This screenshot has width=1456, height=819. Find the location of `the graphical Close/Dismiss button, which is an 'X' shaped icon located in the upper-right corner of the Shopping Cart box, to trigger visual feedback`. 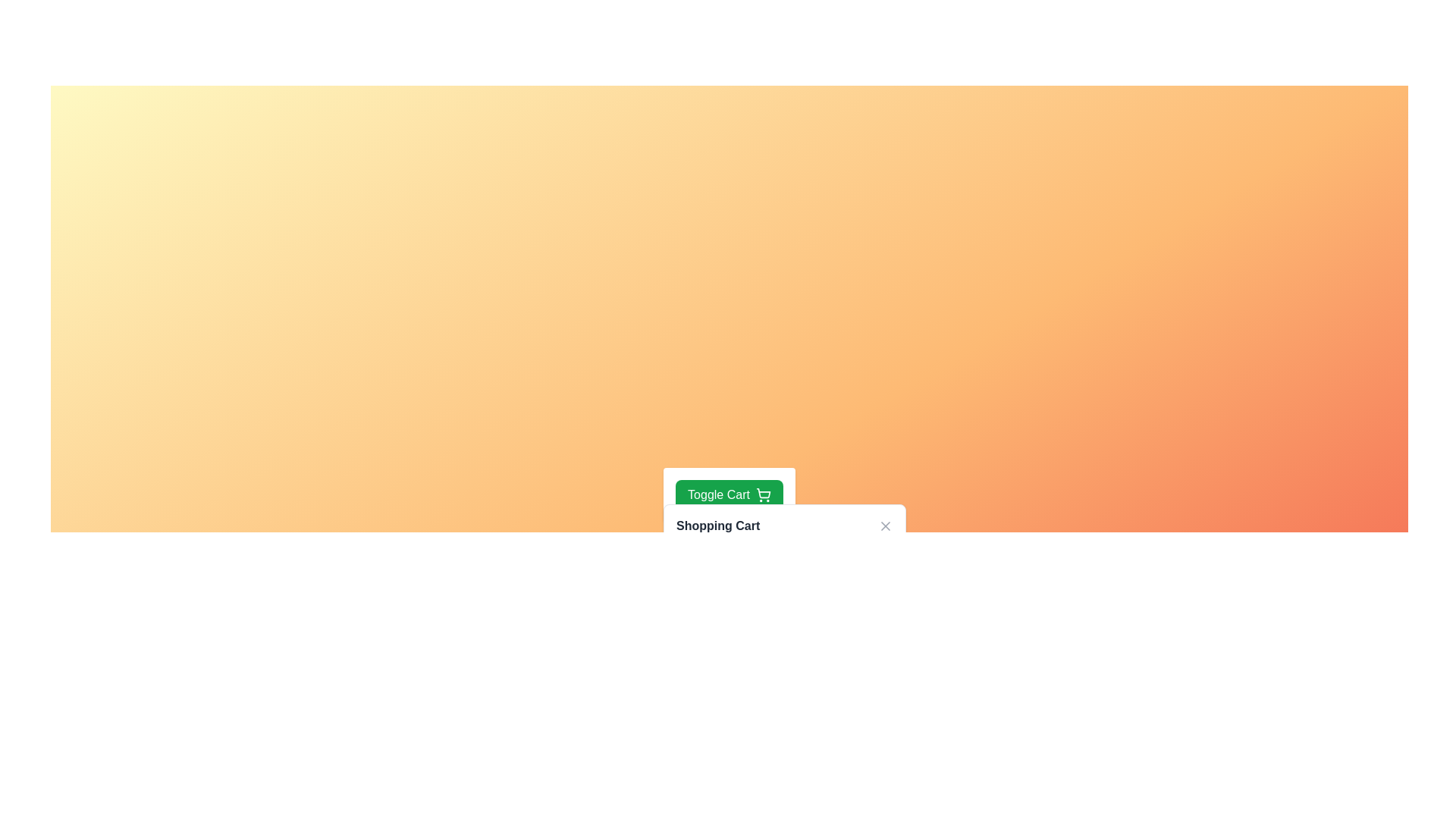

the graphical Close/Dismiss button, which is an 'X' shaped icon located in the upper-right corner of the Shopping Cart box, to trigger visual feedback is located at coordinates (886, 526).